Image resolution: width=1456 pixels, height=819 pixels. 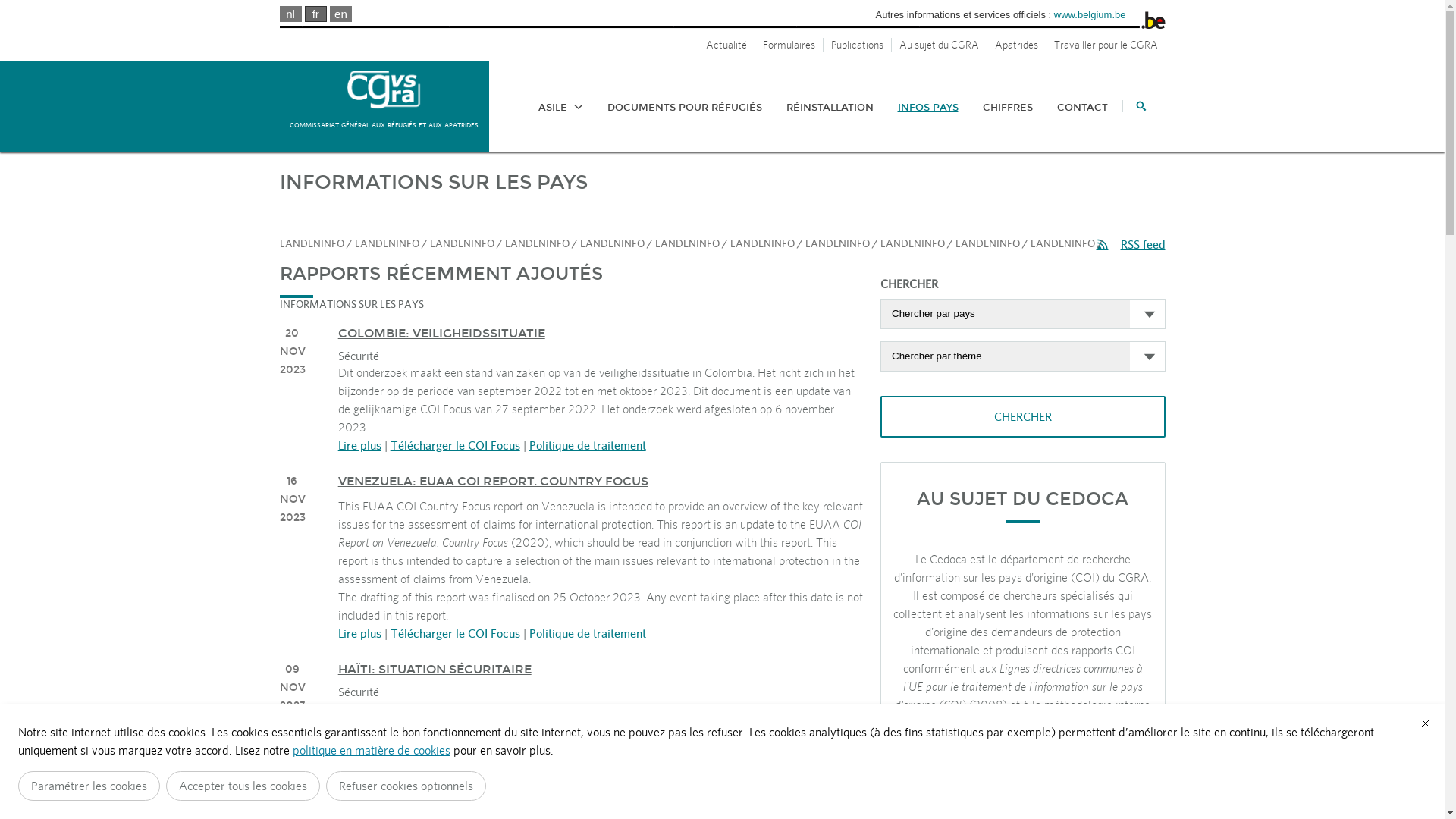 What do you see at coordinates (359, 444) in the screenshot?
I see `'Lire plus'` at bounding box center [359, 444].